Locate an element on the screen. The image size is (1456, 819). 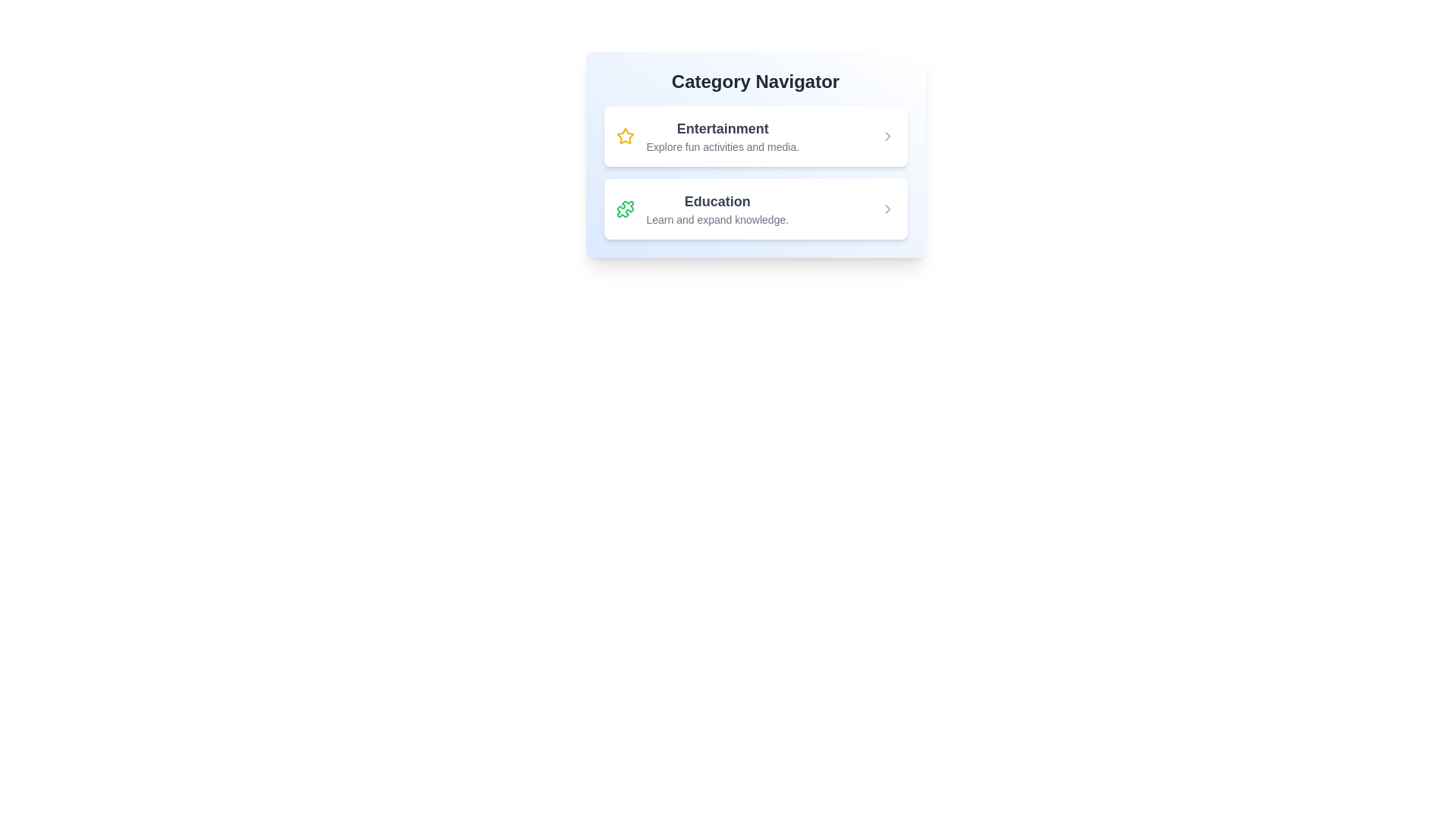
the yellow star icon located in the top left part of the first card labeled 'Entertainment', which serves as an icon to represent the card's theme is located at coordinates (625, 136).